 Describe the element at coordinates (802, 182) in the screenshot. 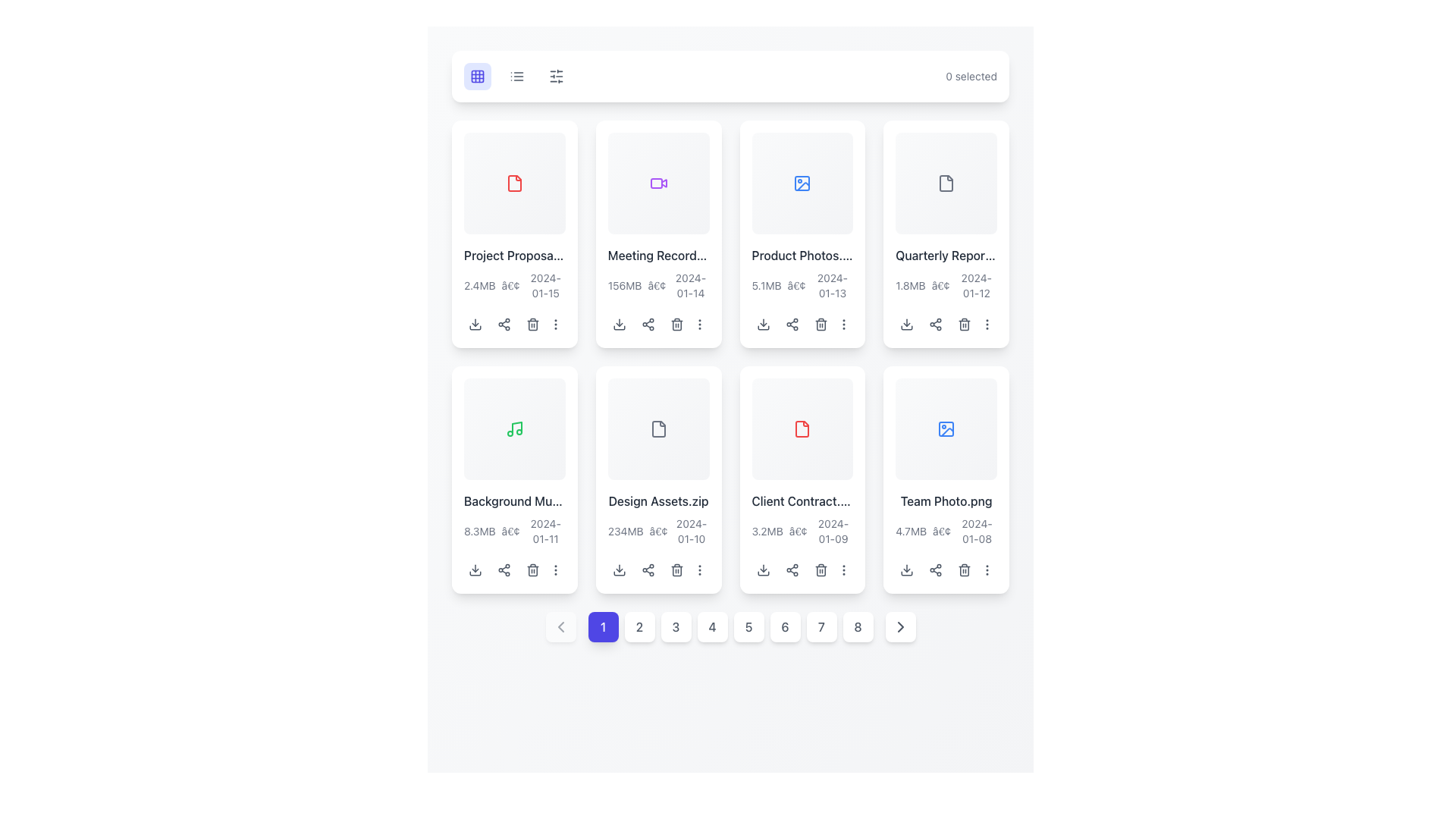

I see `the image icon located in the third card of the first row in the file card grid layout, which visually represents an image file type` at that location.